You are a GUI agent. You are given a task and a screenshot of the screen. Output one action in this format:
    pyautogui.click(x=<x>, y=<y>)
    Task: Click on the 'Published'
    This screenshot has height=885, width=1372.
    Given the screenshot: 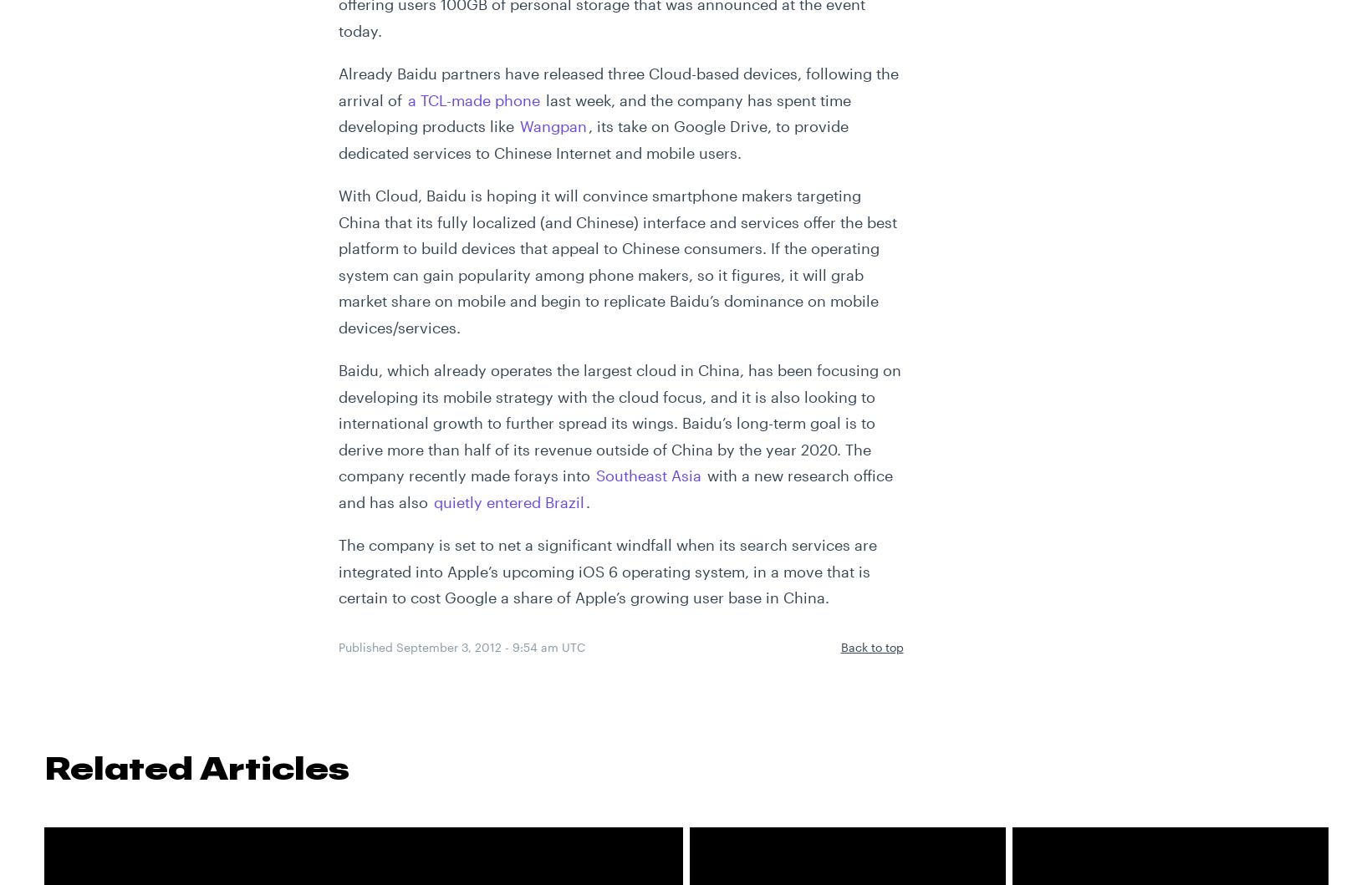 What is the action you would take?
    pyautogui.click(x=365, y=645)
    